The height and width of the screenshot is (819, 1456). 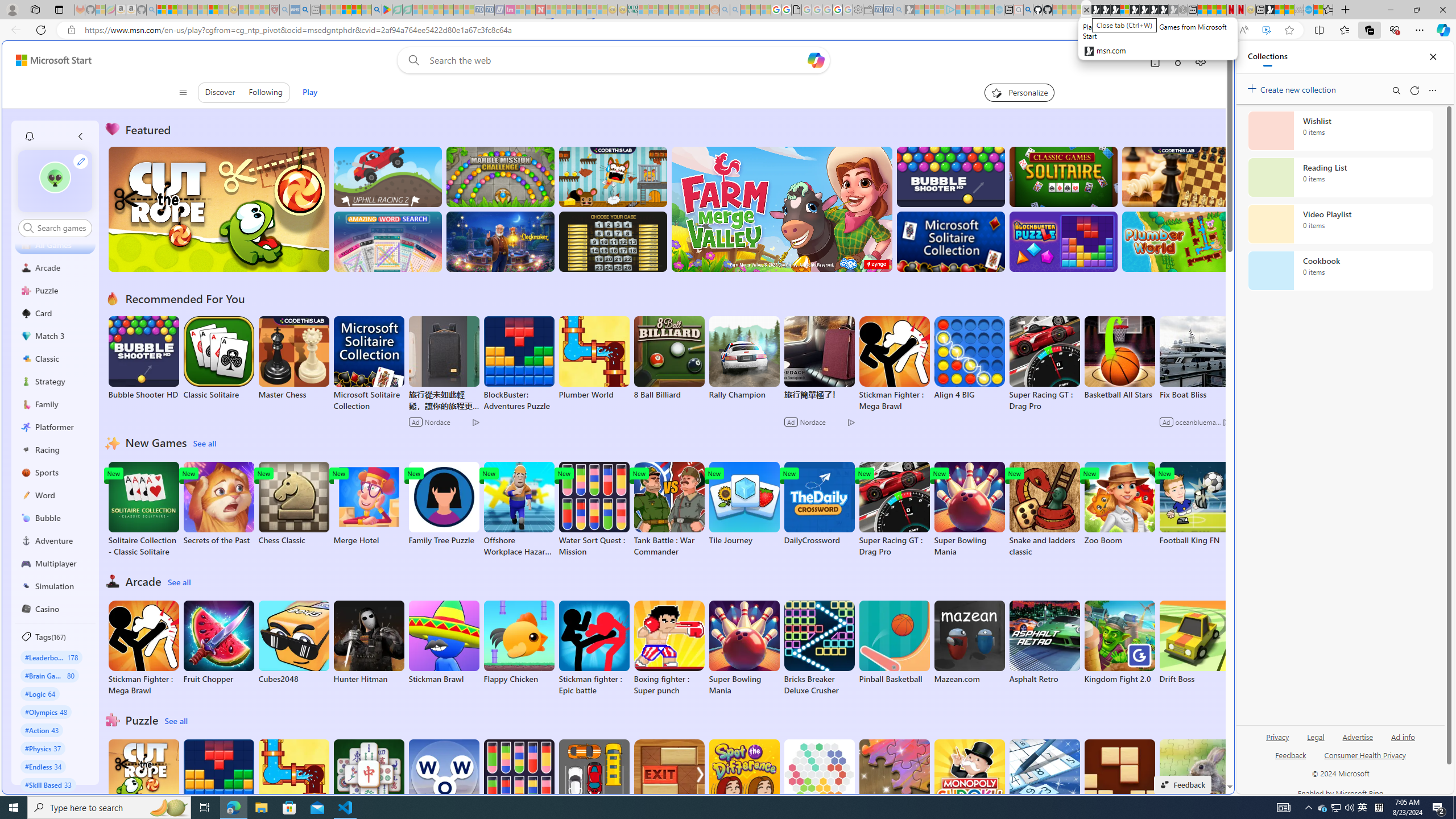 What do you see at coordinates (183, 92) in the screenshot?
I see `'Class: control icon-only'` at bounding box center [183, 92].